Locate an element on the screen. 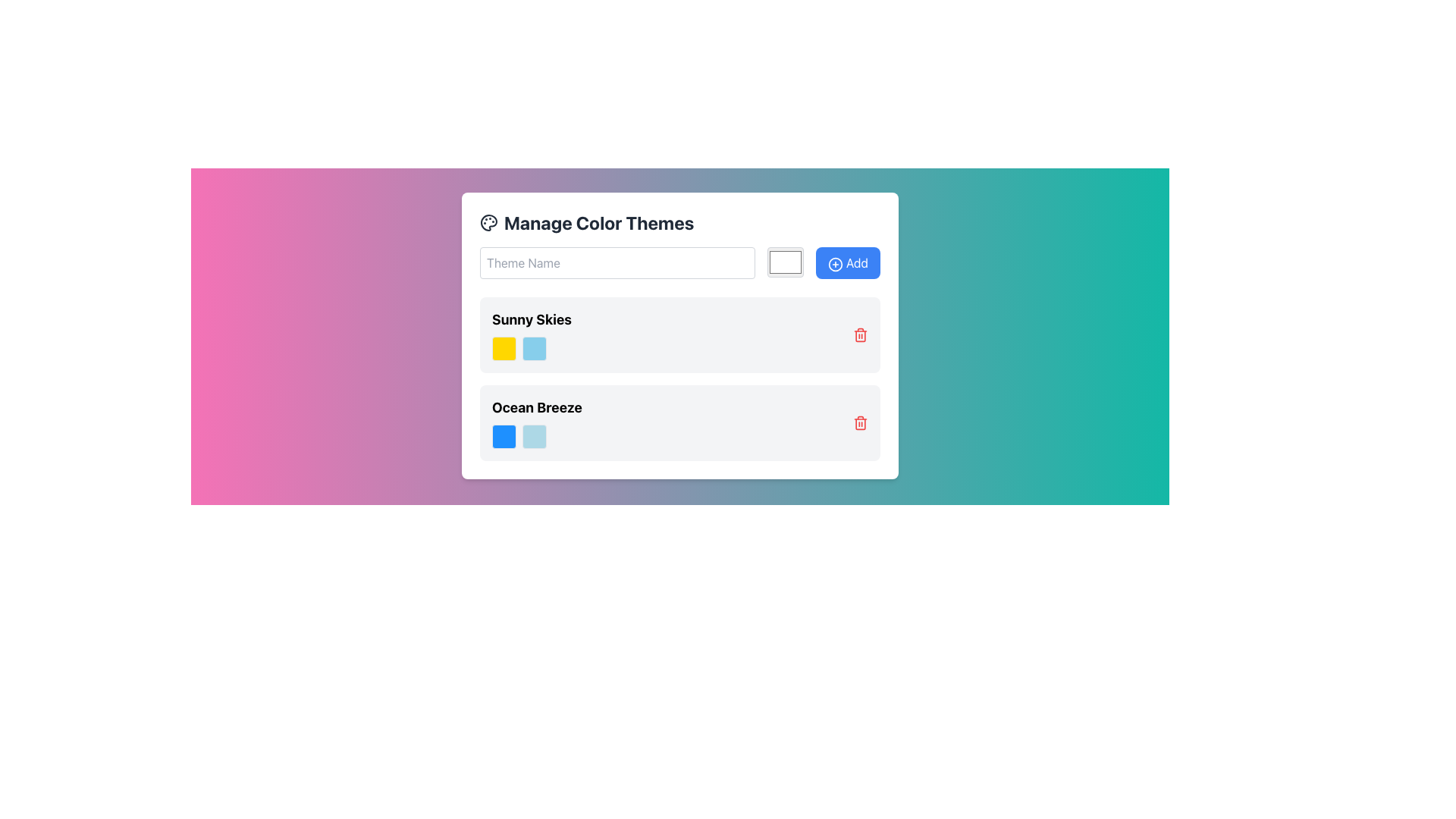  the colors in the Color palette sample located in the 'Sunny Skies' section, which includes a yellow square on the left and a light blue square on the right is located at coordinates (532, 348).